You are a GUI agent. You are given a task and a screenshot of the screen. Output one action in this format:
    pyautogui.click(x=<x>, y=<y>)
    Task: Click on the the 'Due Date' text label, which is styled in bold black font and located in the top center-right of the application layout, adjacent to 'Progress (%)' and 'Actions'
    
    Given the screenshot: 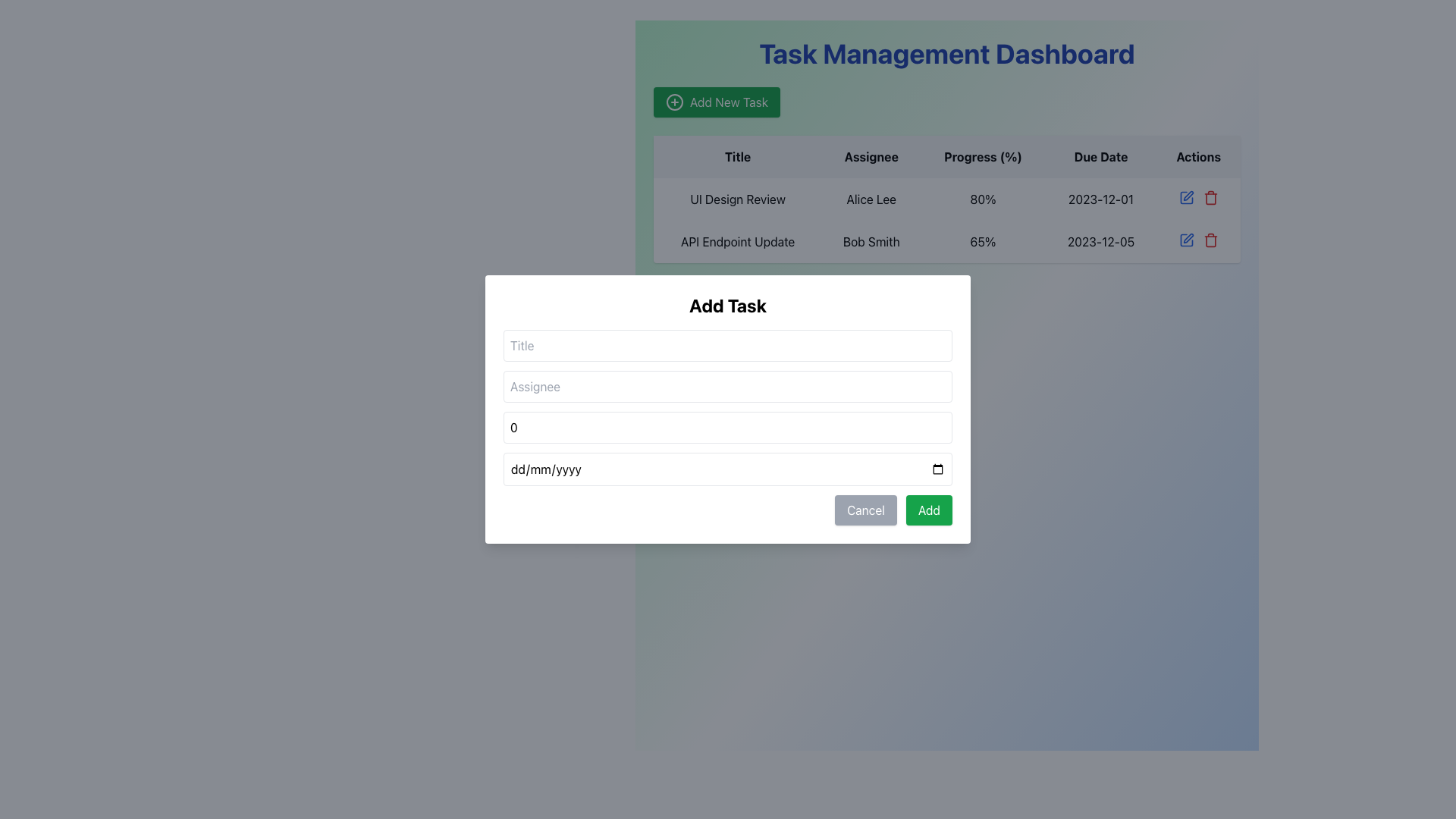 What is the action you would take?
    pyautogui.click(x=1101, y=157)
    